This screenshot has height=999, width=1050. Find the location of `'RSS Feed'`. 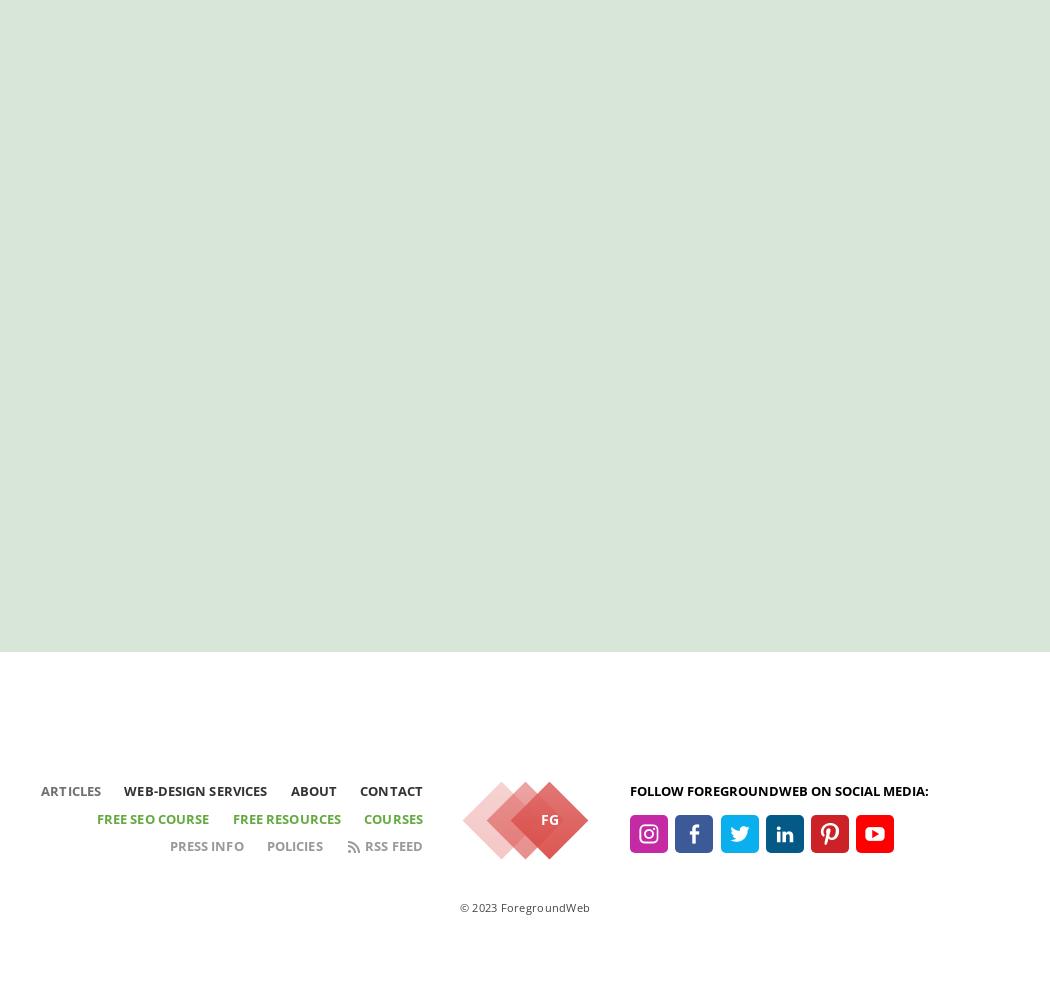

'RSS Feed' is located at coordinates (392, 844).